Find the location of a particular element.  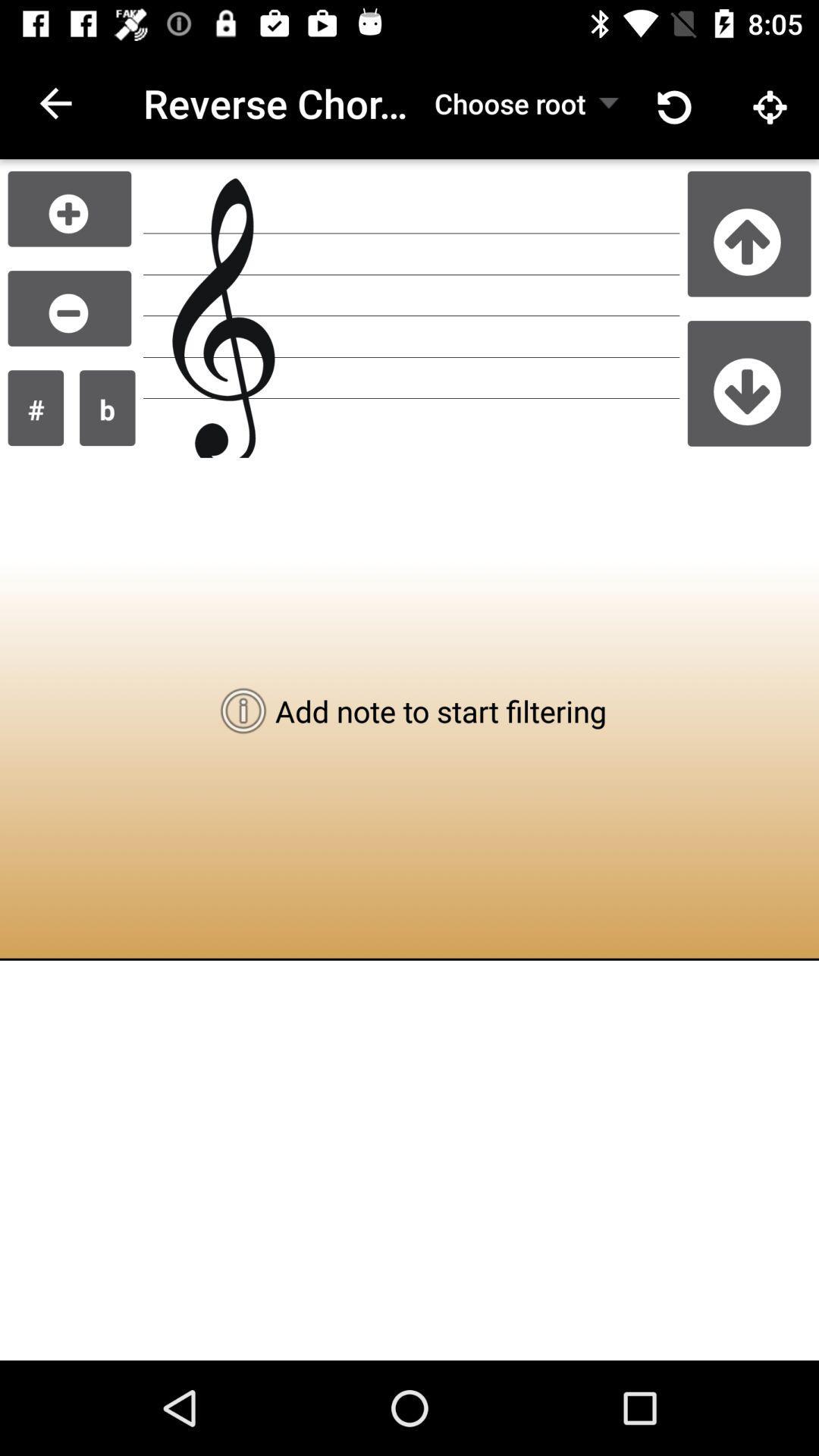

up arrow is located at coordinates (748, 233).